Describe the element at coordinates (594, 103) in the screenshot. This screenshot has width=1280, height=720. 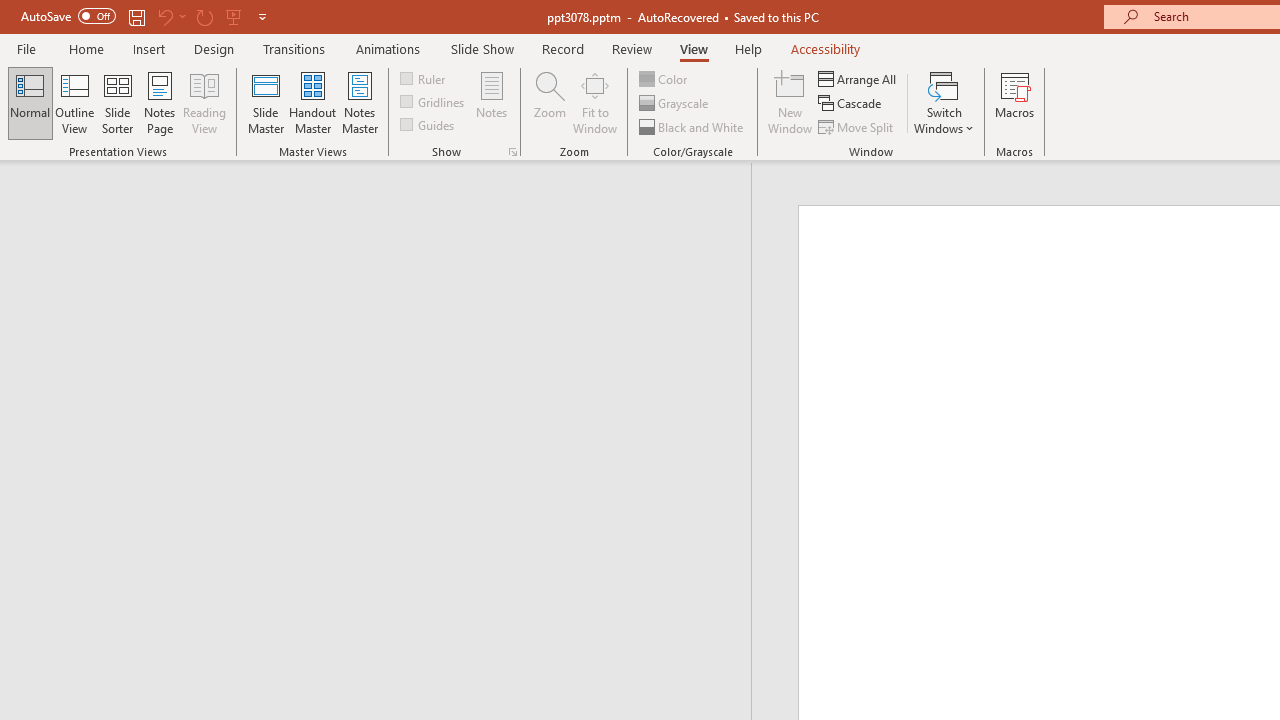
I see `'Fit to Window'` at that location.